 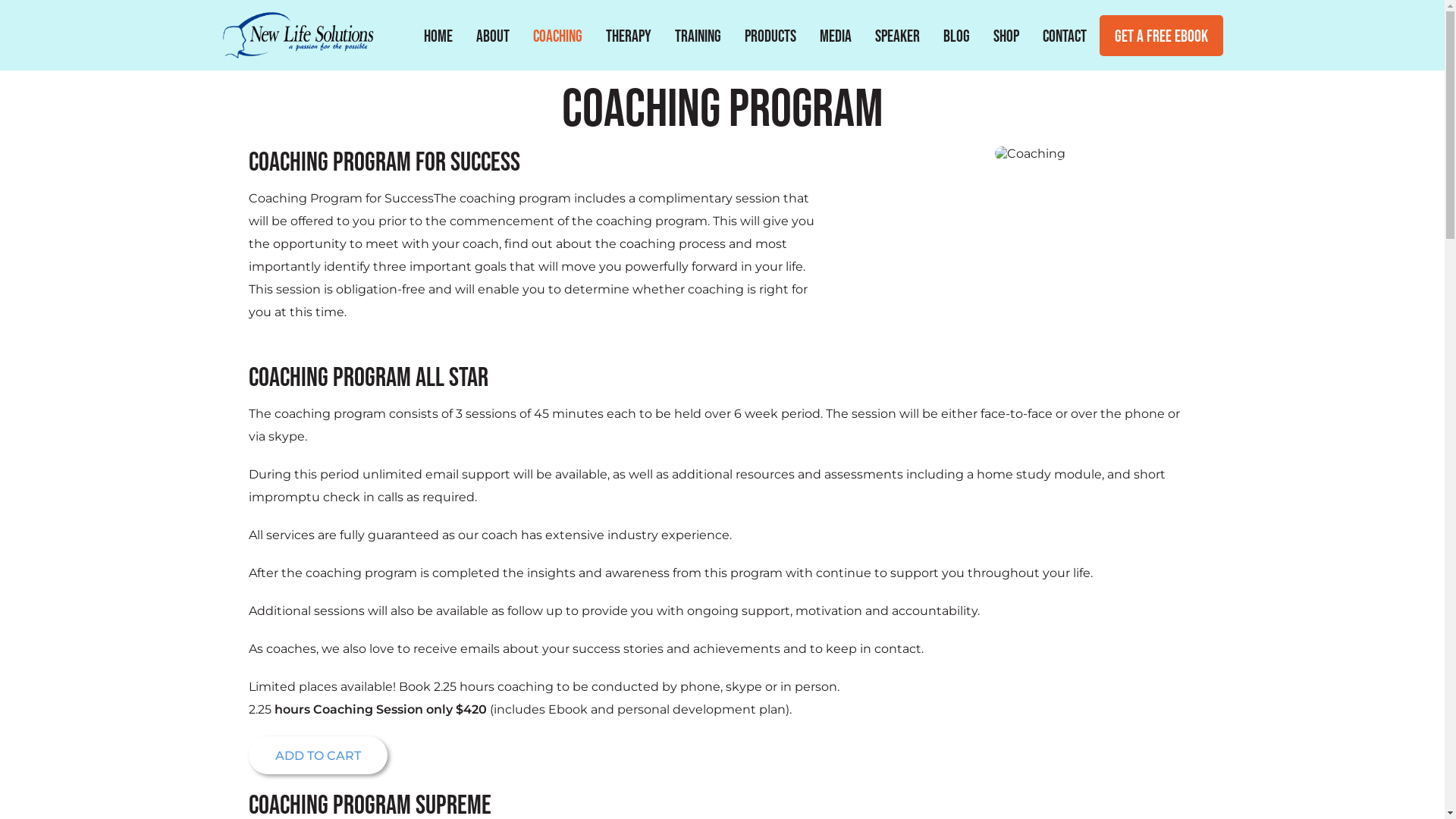 What do you see at coordinates (469, 34) in the screenshot?
I see `'ABOUT'` at bounding box center [469, 34].